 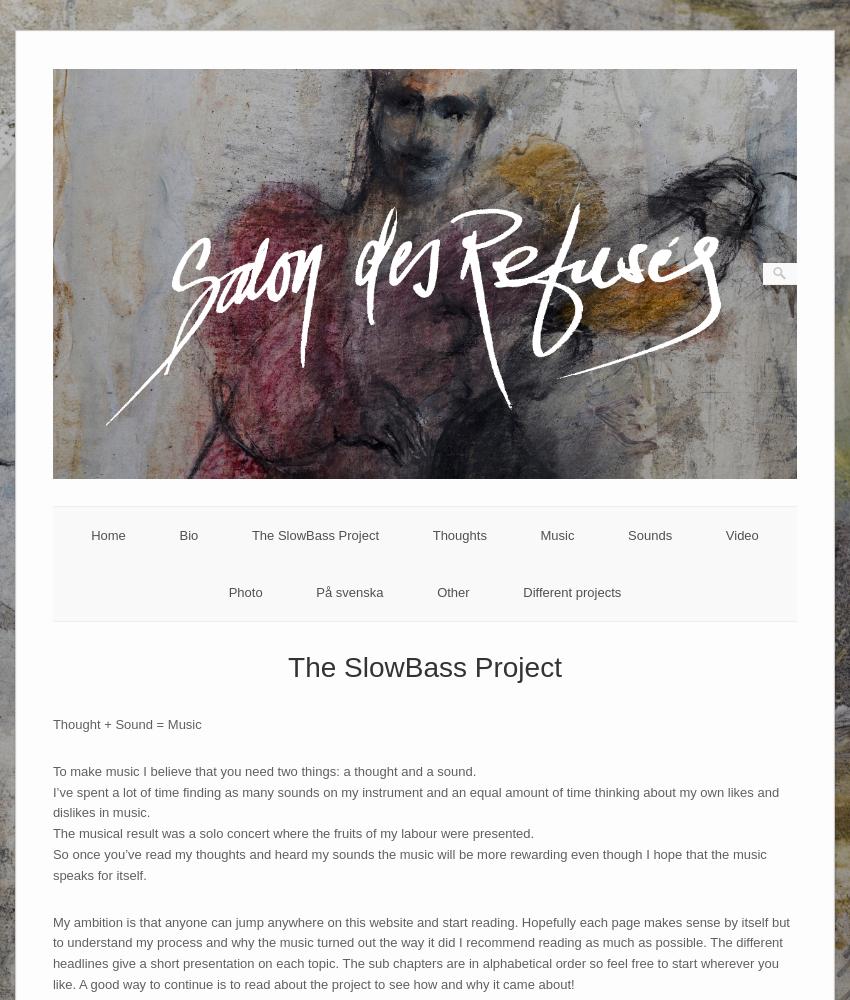 I want to click on 'The Indian', so click(x=618, y=738).